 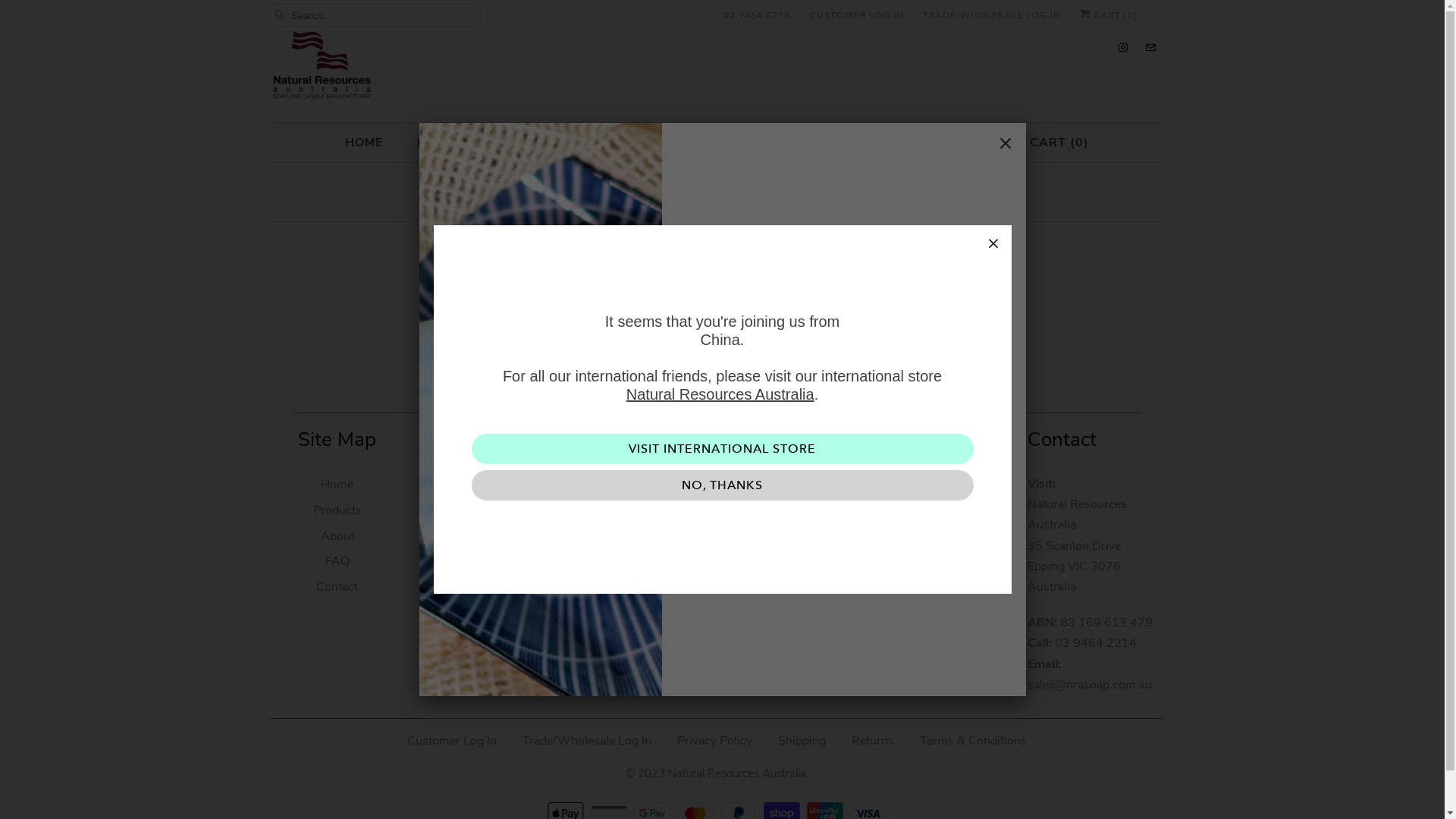 I want to click on 'Trade/Wholesale Log In', so click(x=585, y=739).